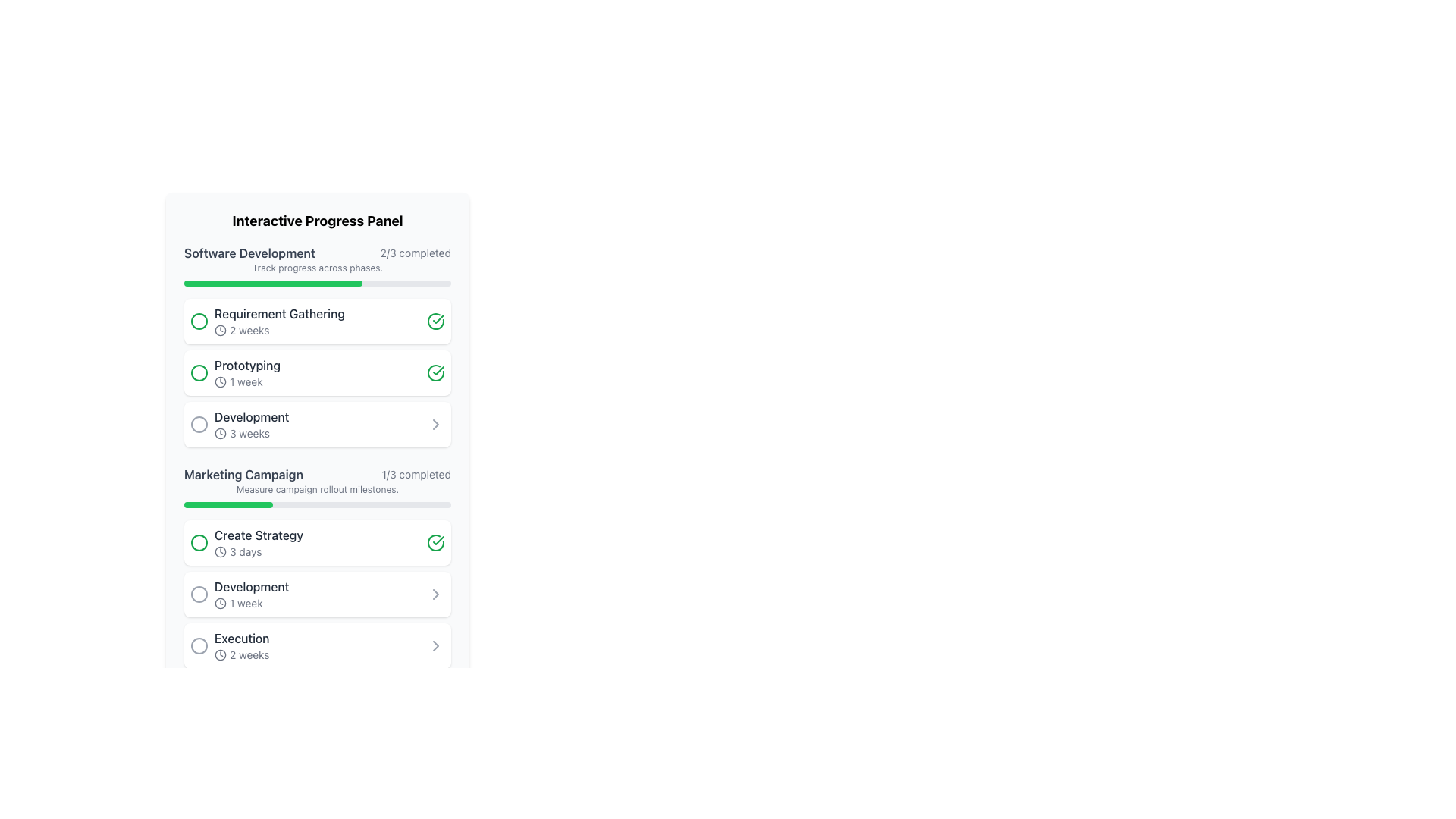 Image resolution: width=1456 pixels, height=819 pixels. I want to click on the illustration of the completion icon next to the 'Requirement Gathering' task in the 'Software Development' category, so click(435, 321).